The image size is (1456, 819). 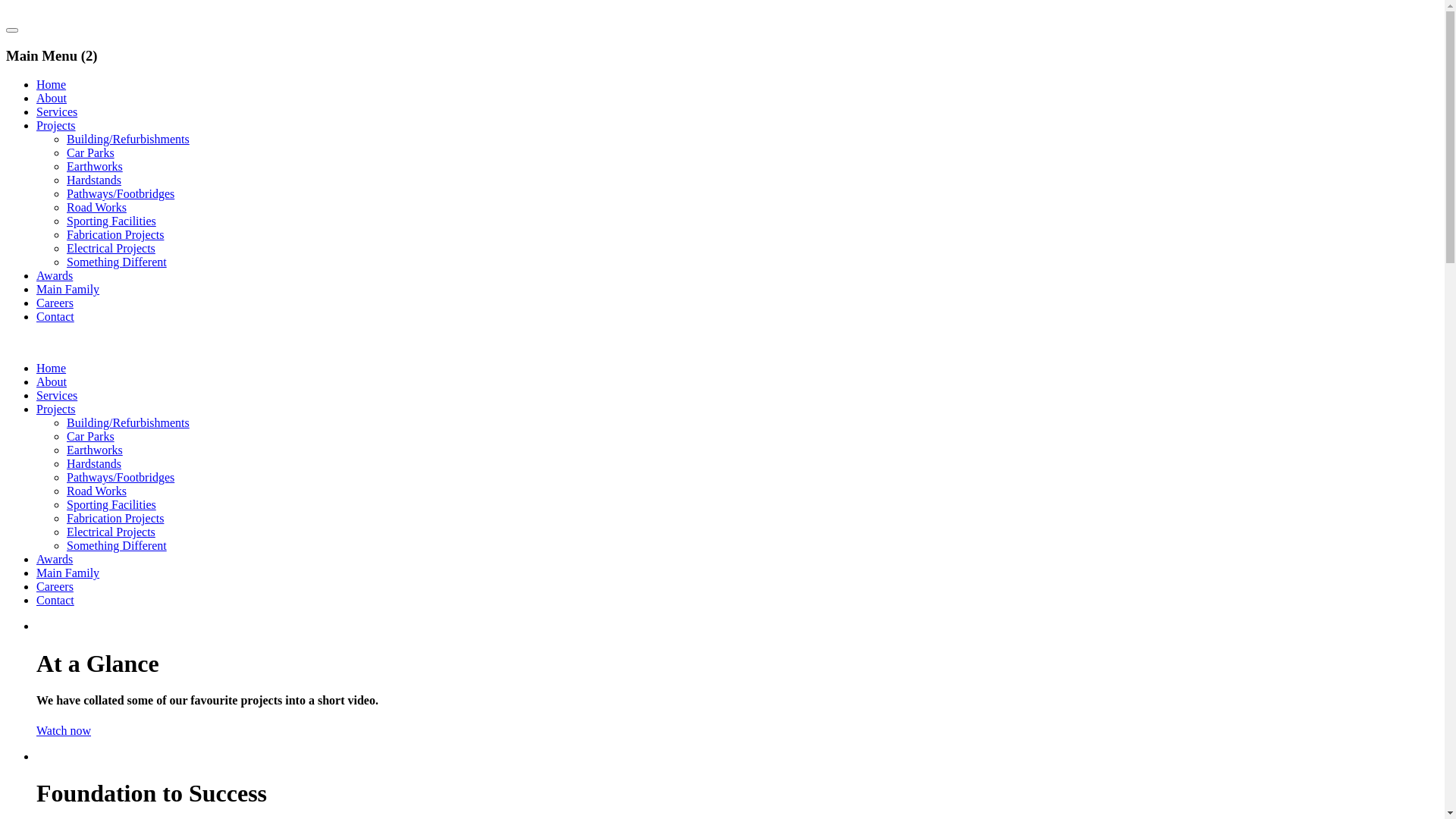 What do you see at coordinates (96, 207) in the screenshot?
I see `'Road Works'` at bounding box center [96, 207].